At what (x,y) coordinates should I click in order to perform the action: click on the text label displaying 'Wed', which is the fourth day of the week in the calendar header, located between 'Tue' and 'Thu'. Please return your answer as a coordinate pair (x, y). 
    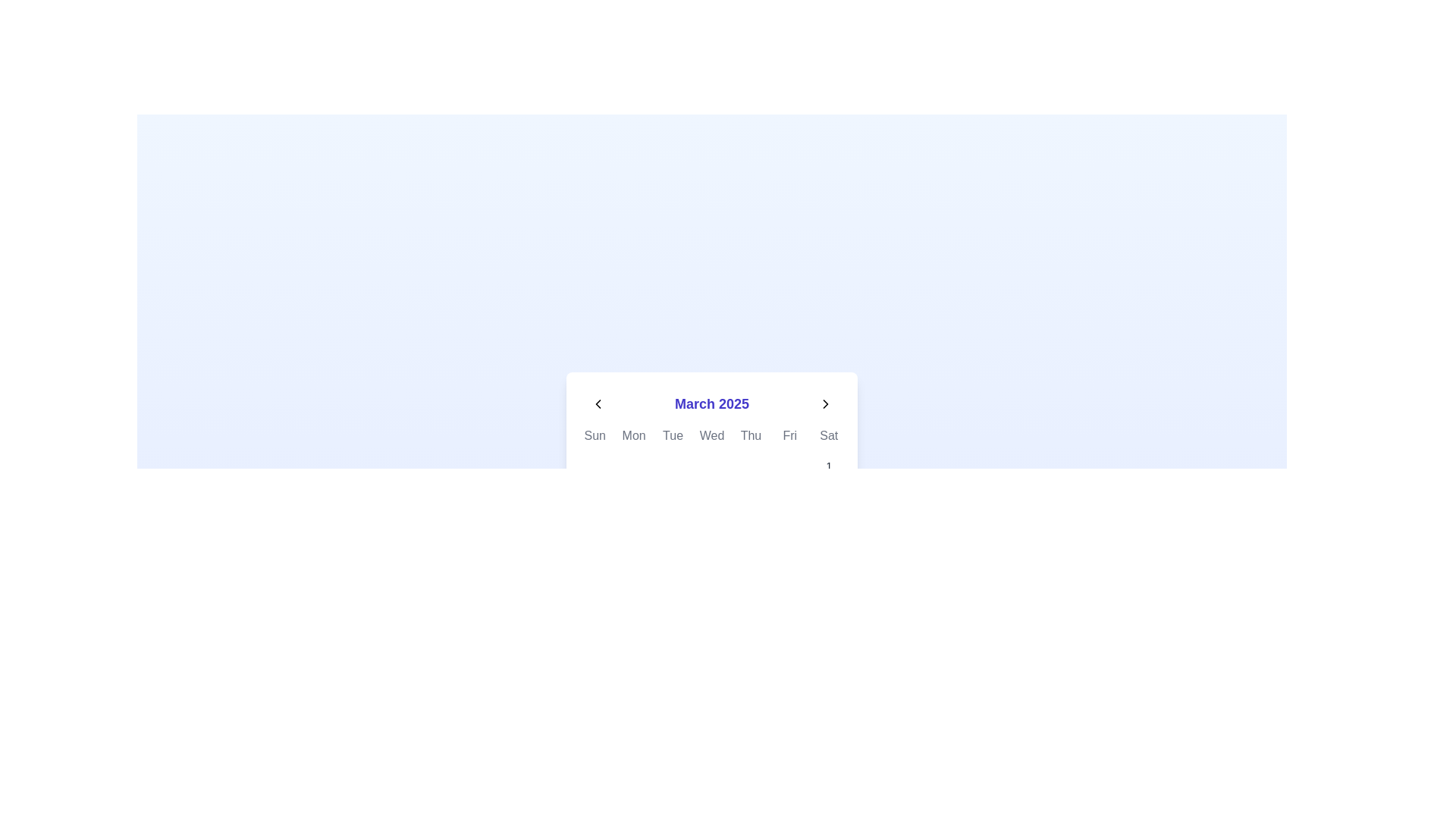
    Looking at the image, I should click on (711, 435).